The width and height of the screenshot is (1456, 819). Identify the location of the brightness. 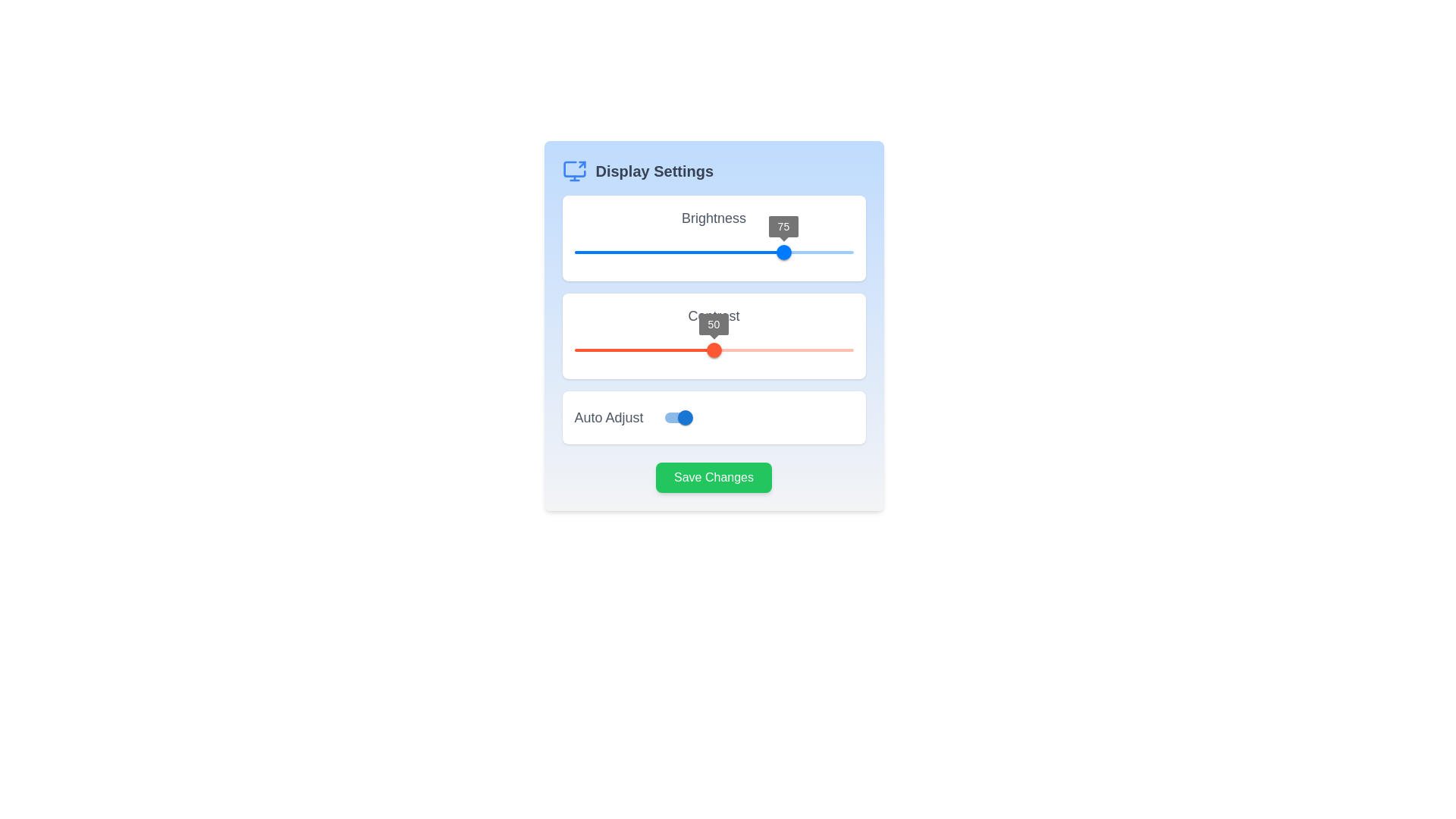
(829, 251).